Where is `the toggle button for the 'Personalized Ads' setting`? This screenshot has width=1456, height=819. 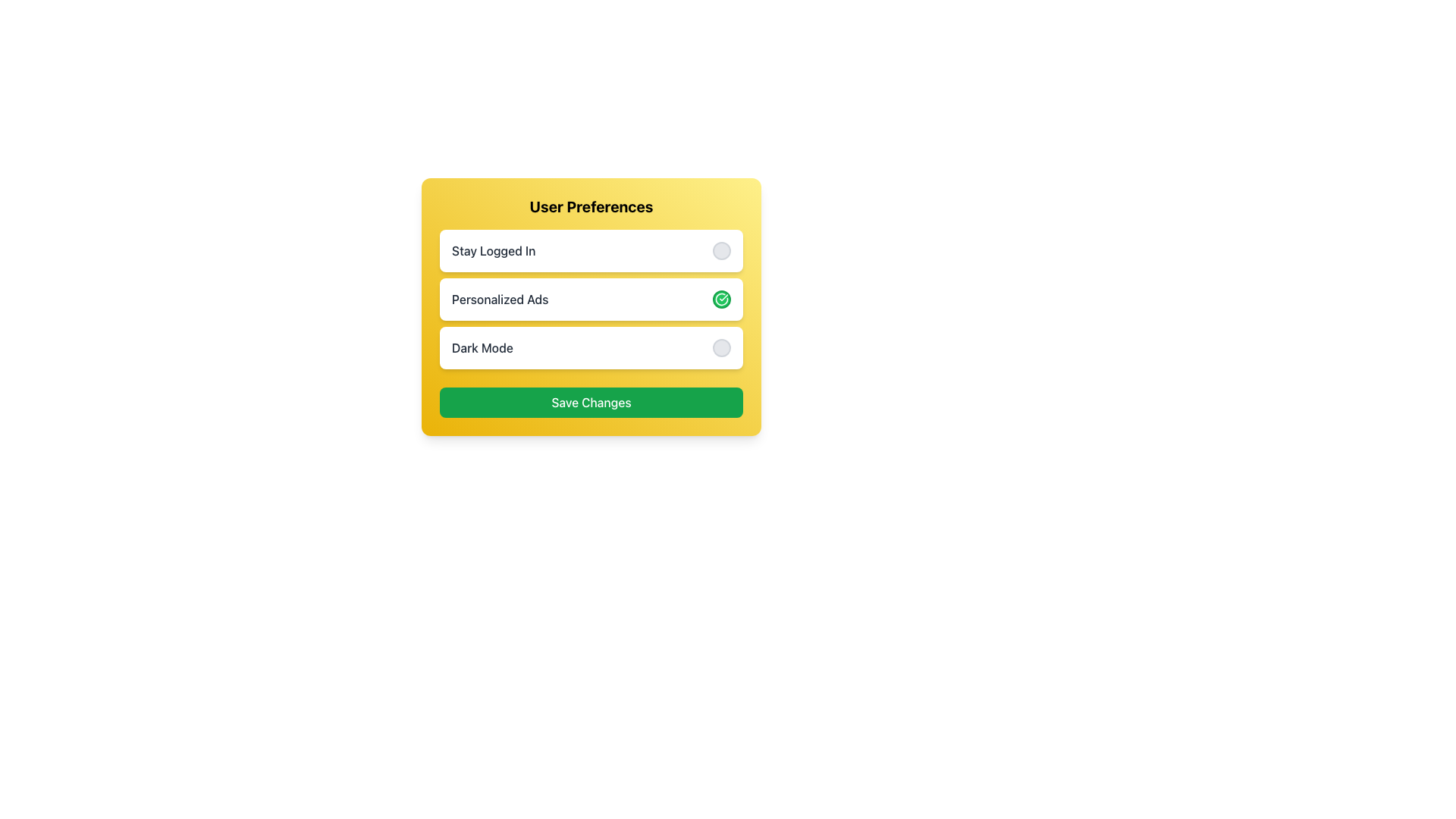 the toggle button for the 'Personalized Ads' setting is located at coordinates (720, 299).